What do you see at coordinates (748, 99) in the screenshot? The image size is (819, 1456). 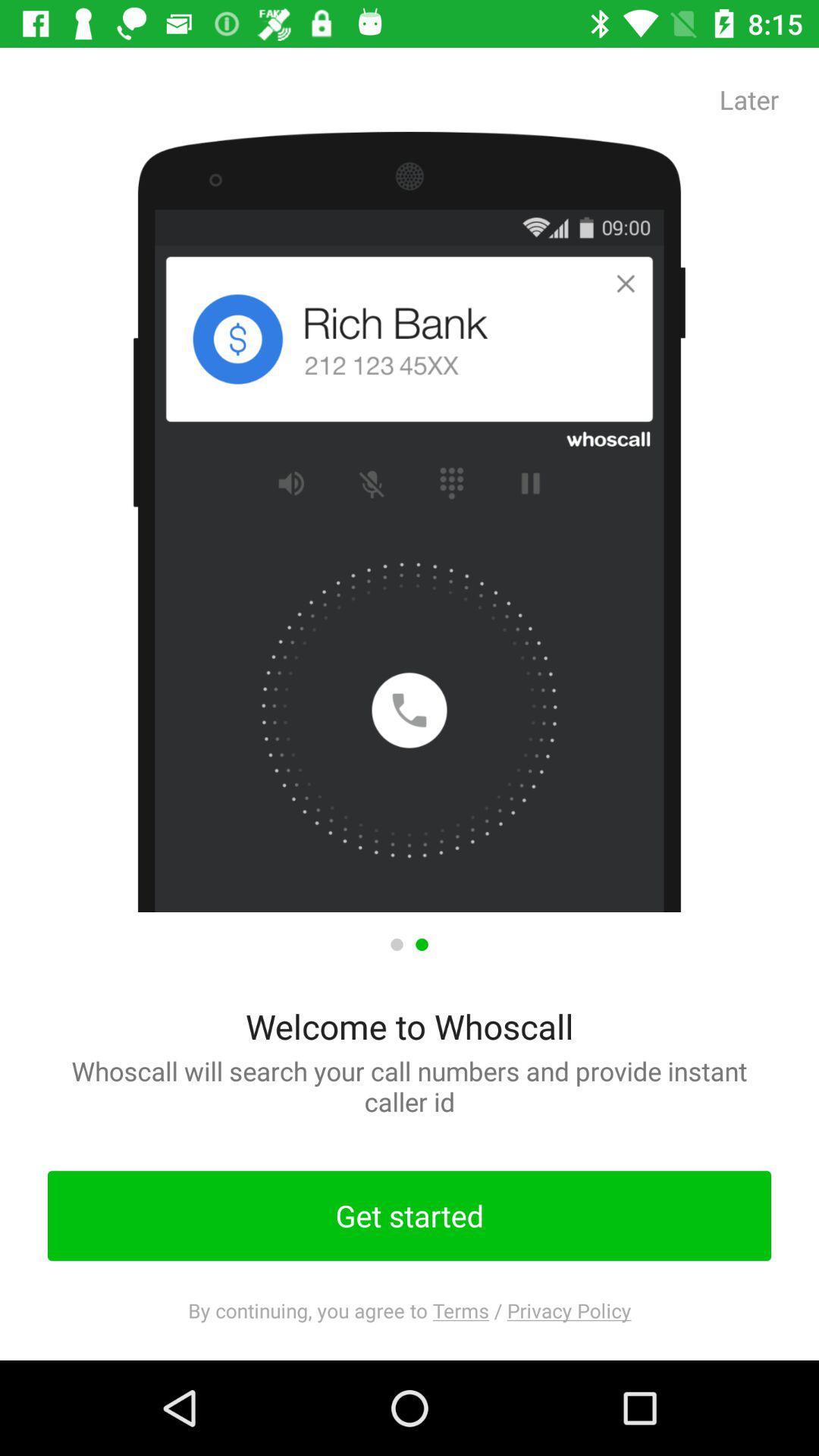 I see `later app` at bounding box center [748, 99].